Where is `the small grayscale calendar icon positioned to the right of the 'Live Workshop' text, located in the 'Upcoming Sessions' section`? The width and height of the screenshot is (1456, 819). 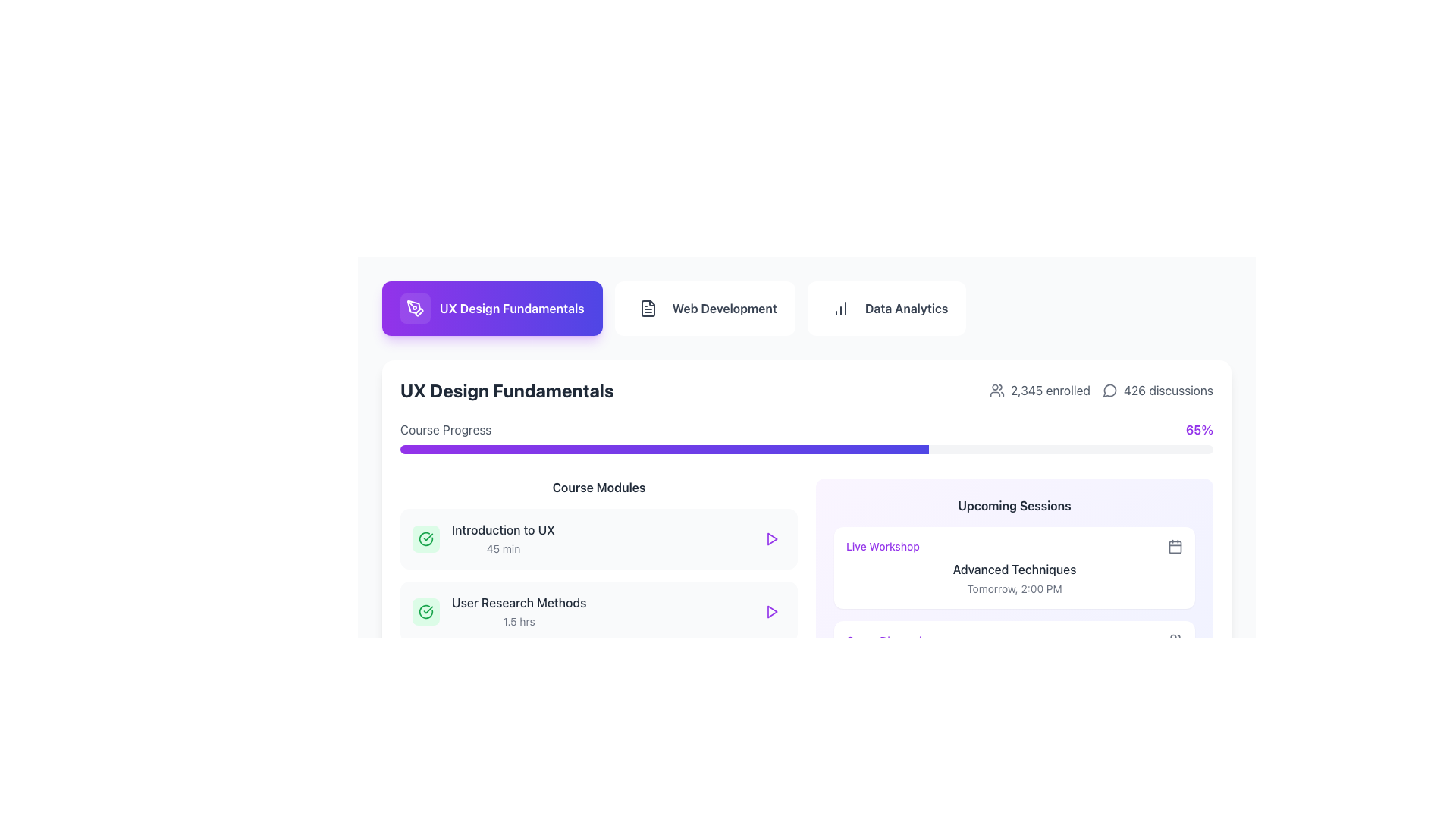
the small grayscale calendar icon positioned to the right of the 'Live Workshop' text, located in the 'Upcoming Sessions' section is located at coordinates (1175, 547).